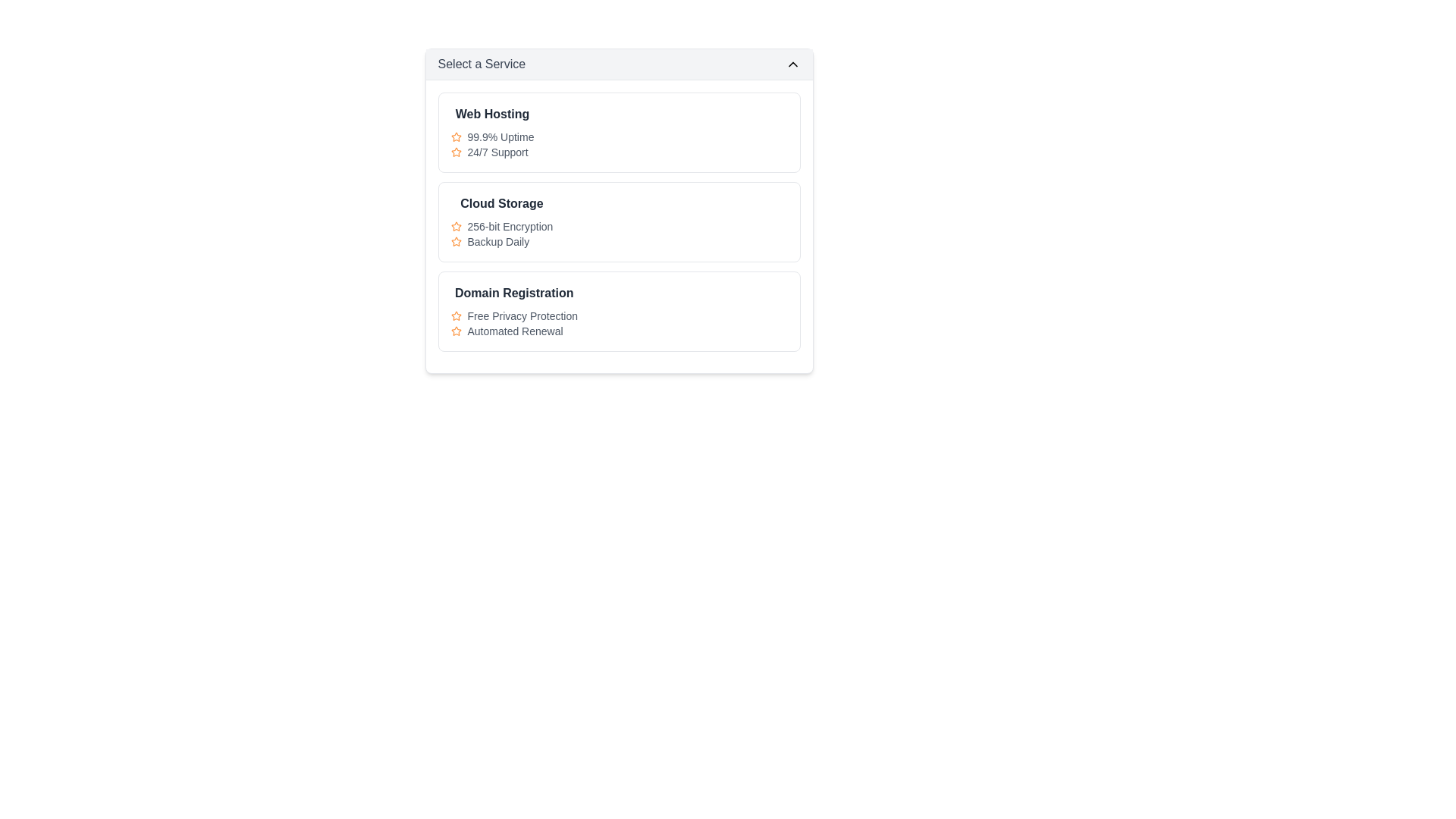  I want to click on the visual indicator icon located to the left of the 'Automated Renewal' text in the 'Domain Registration' section, so click(455, 330).